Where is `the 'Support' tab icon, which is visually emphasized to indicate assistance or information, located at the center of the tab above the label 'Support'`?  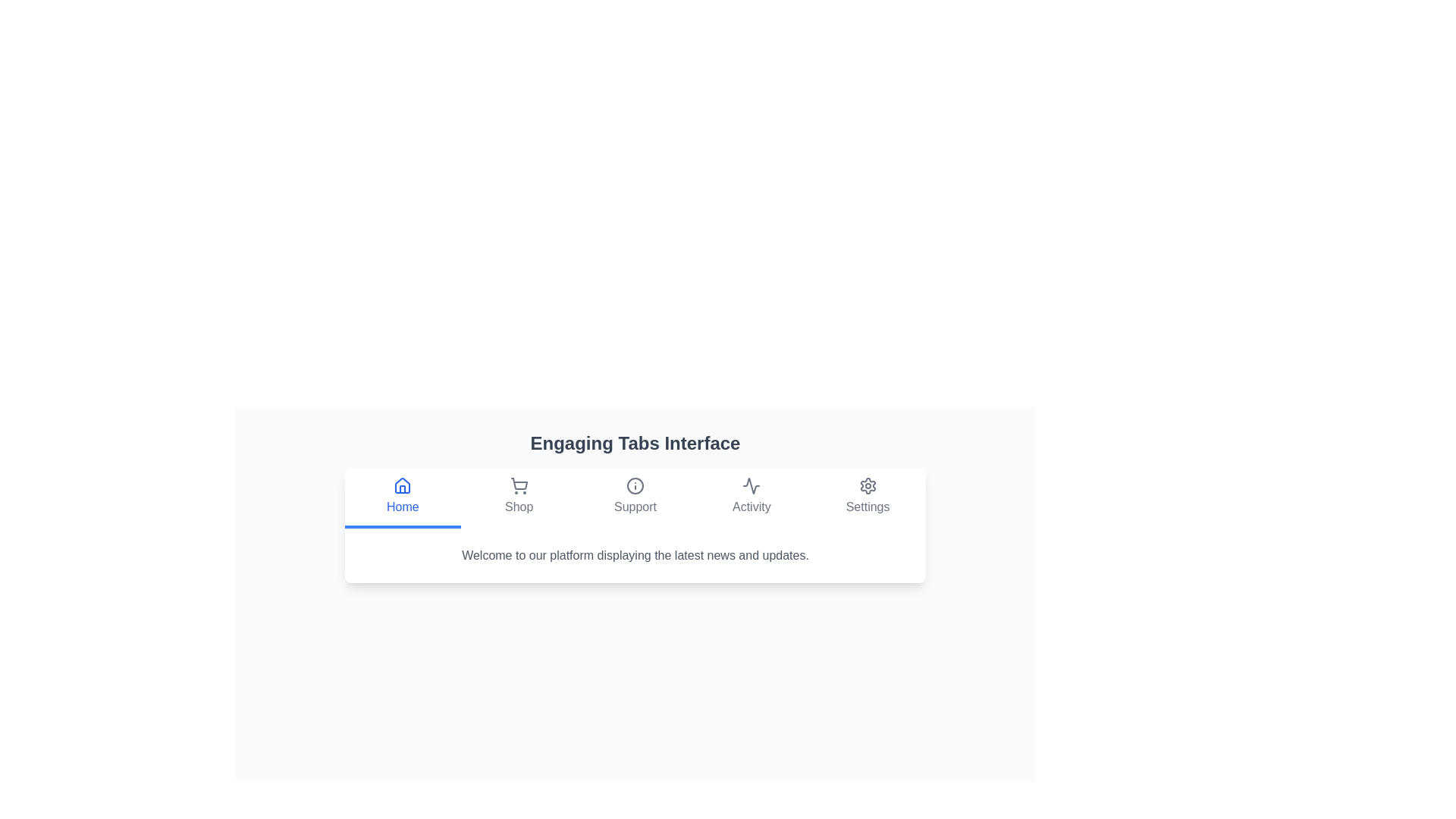
the 'Support' tab icon, which is visually emphasized to indicate assistance or information, located at the center of the tab above the label 'Support' is located at coordinates (635, 485).